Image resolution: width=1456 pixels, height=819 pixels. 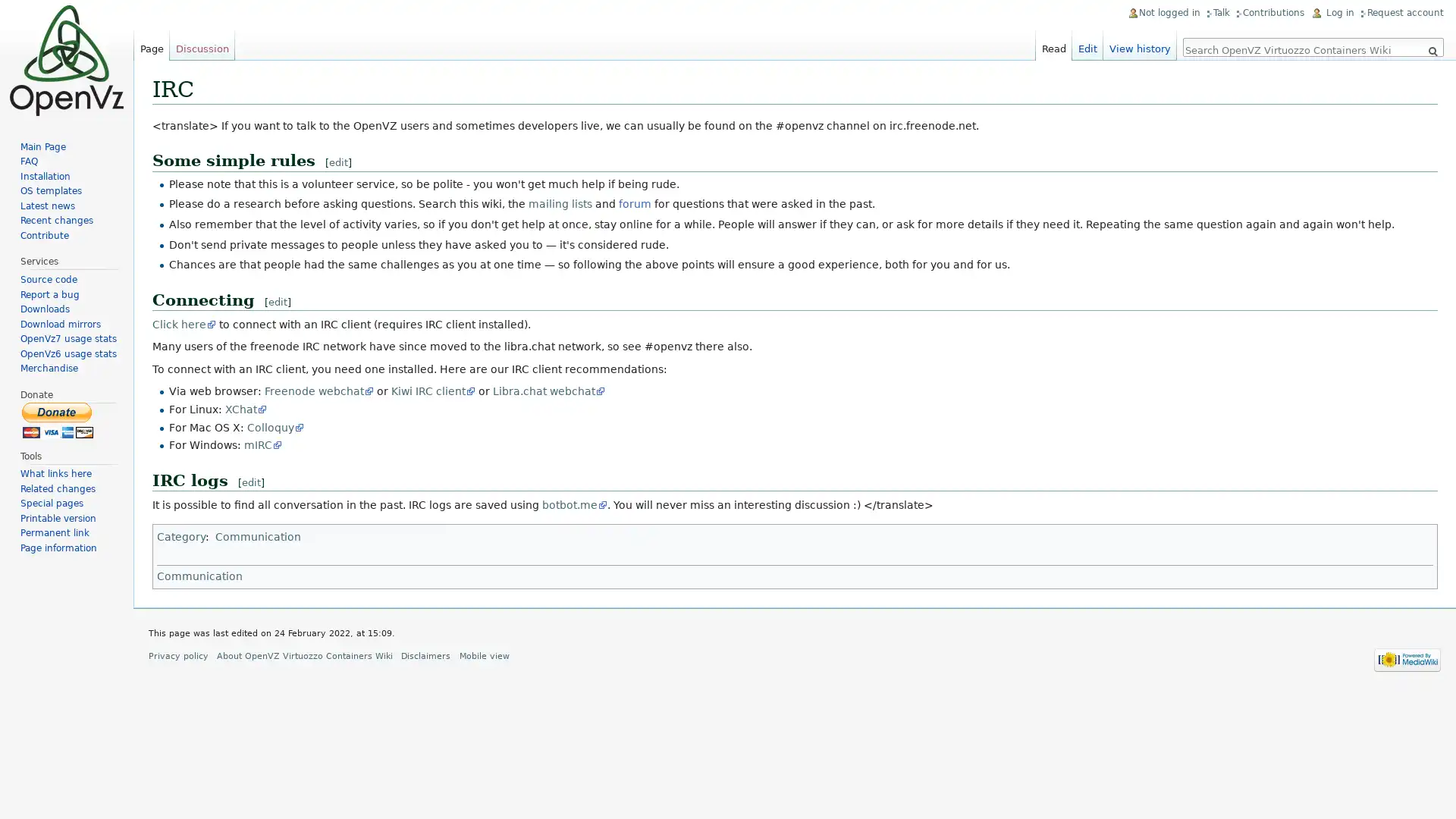 What do you see at coordinates (58, 419) in the screenshot?
I see `PayPal - The safer, easier way to pay online!` at bounding box center [58, 419].